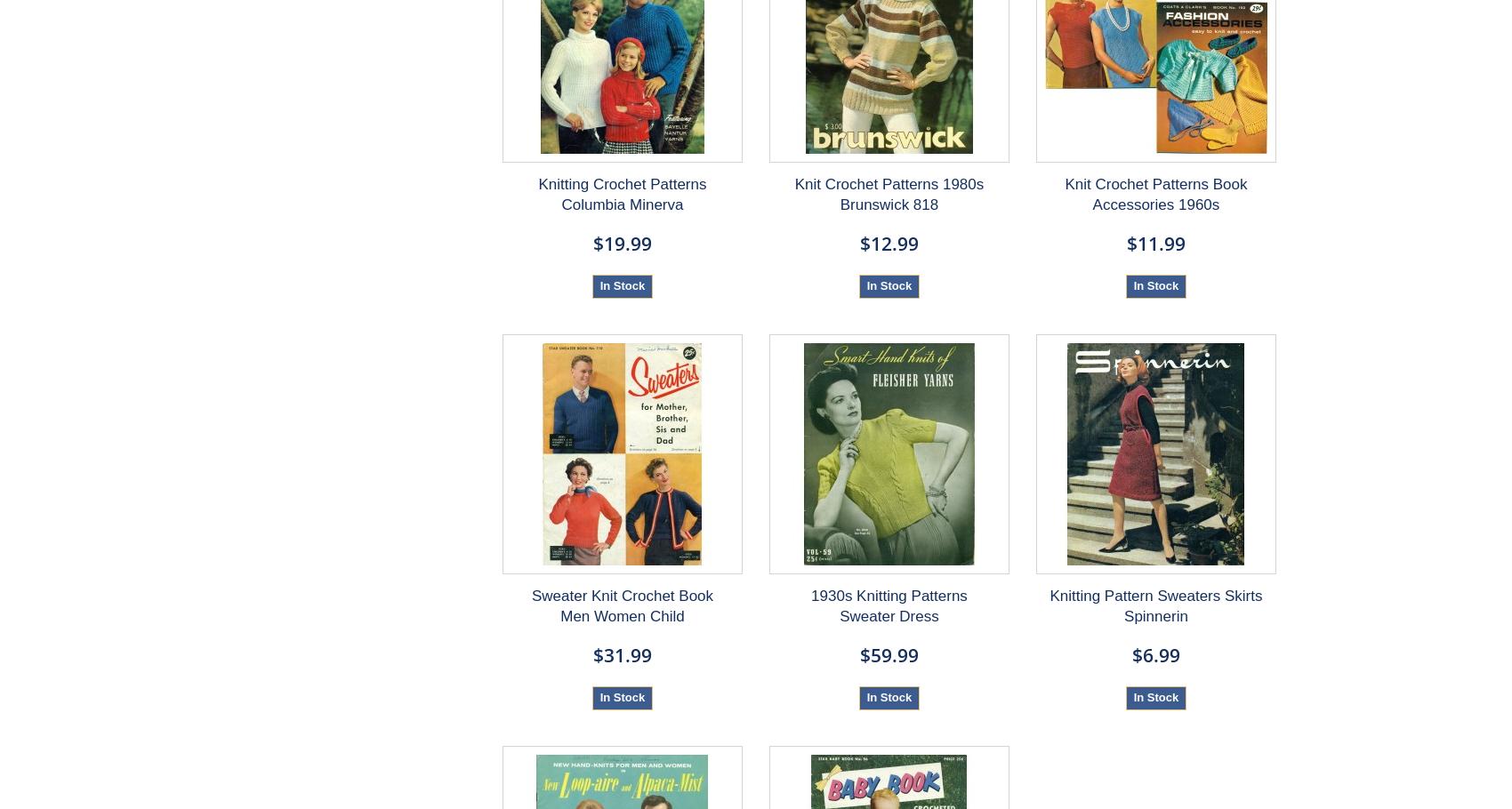  What do you see at coordinates (887, 242) in the screenshot?
I see `'$12.99'` at bounding box center [887, 242].